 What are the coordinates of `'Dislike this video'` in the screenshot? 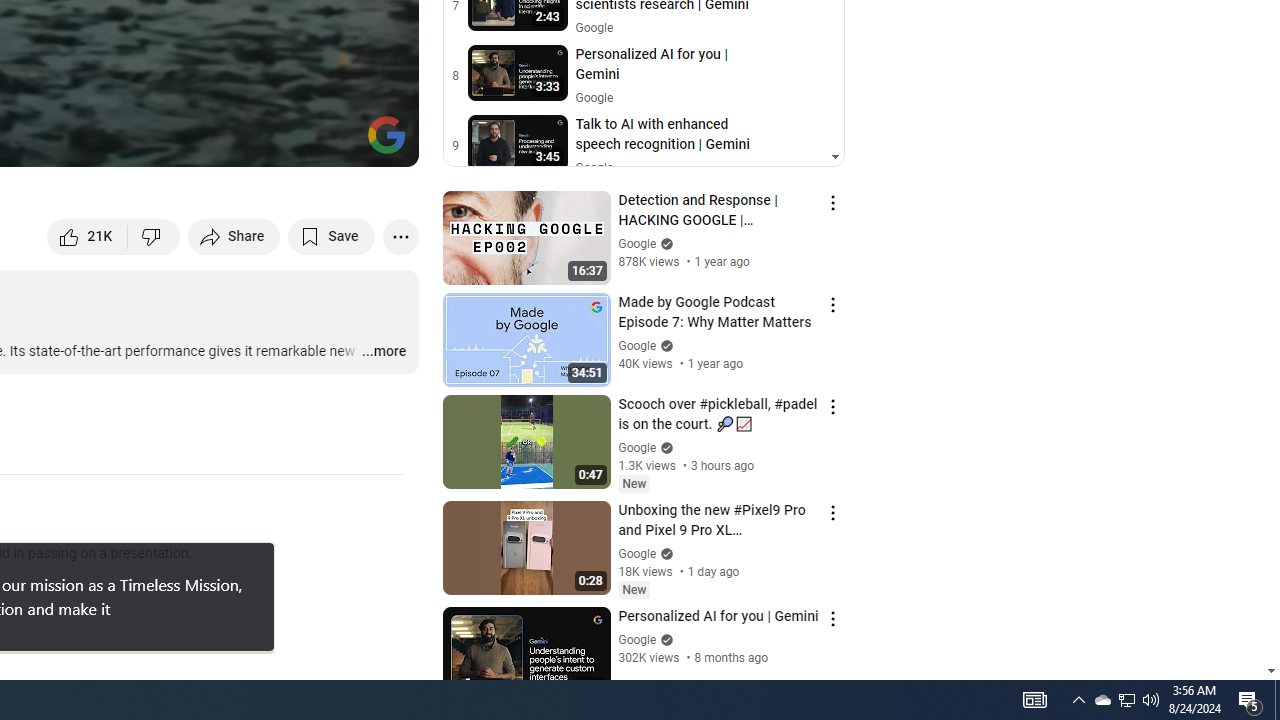 It's located at (153, 235).